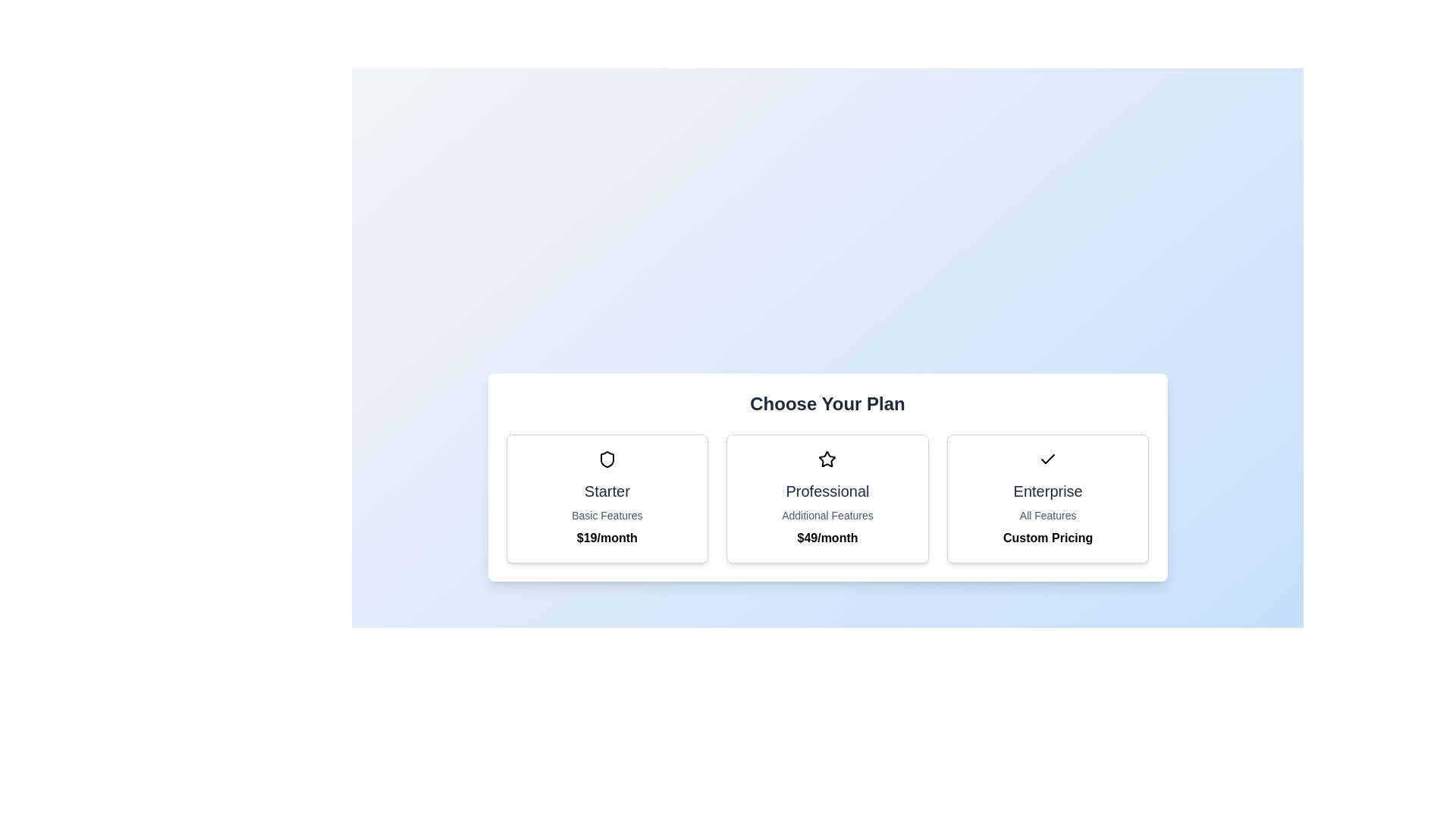  Describe the element at coordinates (607, 537) in the screenshot. I see `pricing information displayed on the text label at the bottom of the leftmost 'Starter' pricing card in the 'Choose Your Plan' section` at that location.